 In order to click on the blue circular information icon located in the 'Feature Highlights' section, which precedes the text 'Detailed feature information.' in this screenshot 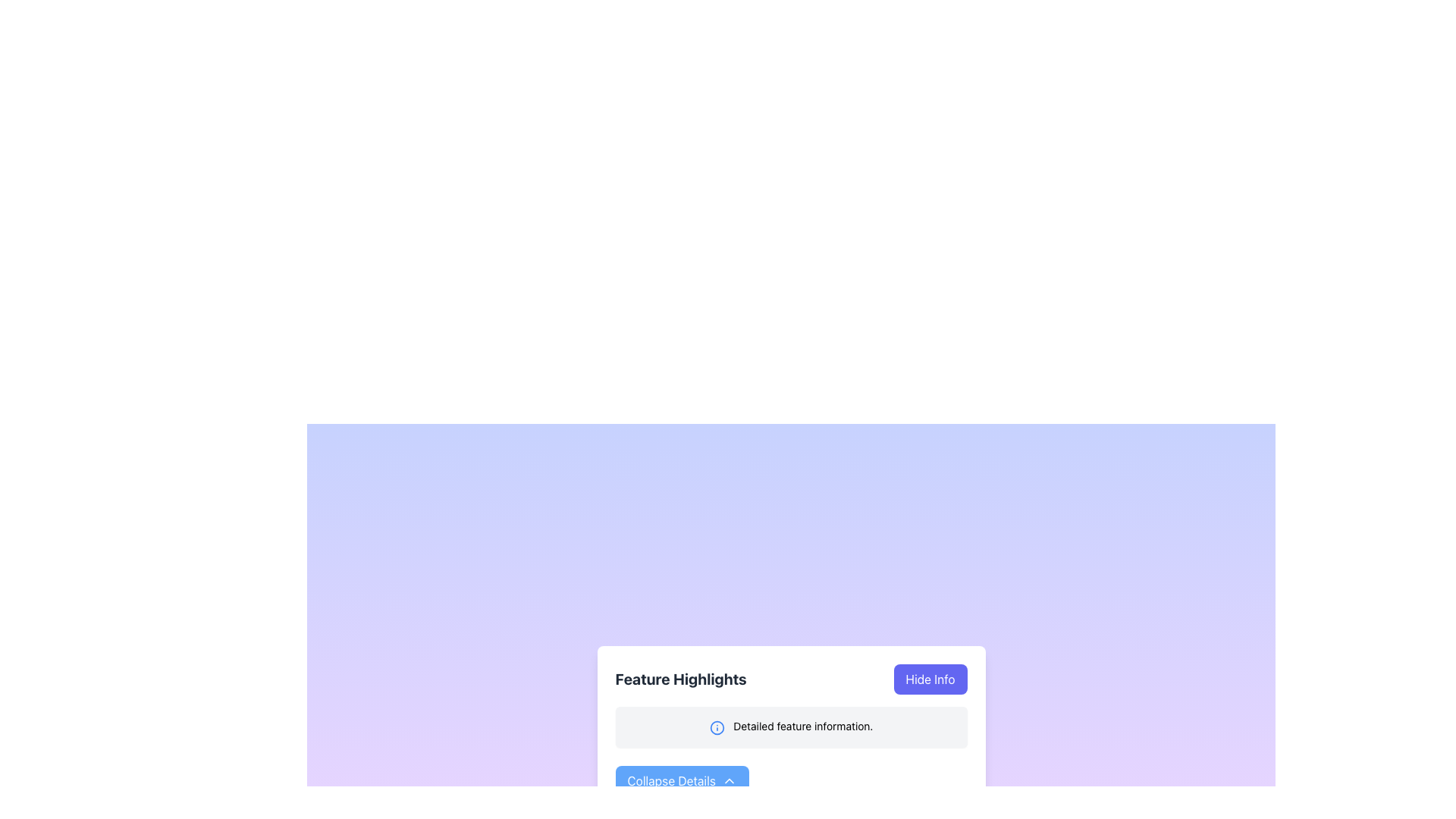, I will do `click(716, 726)`.